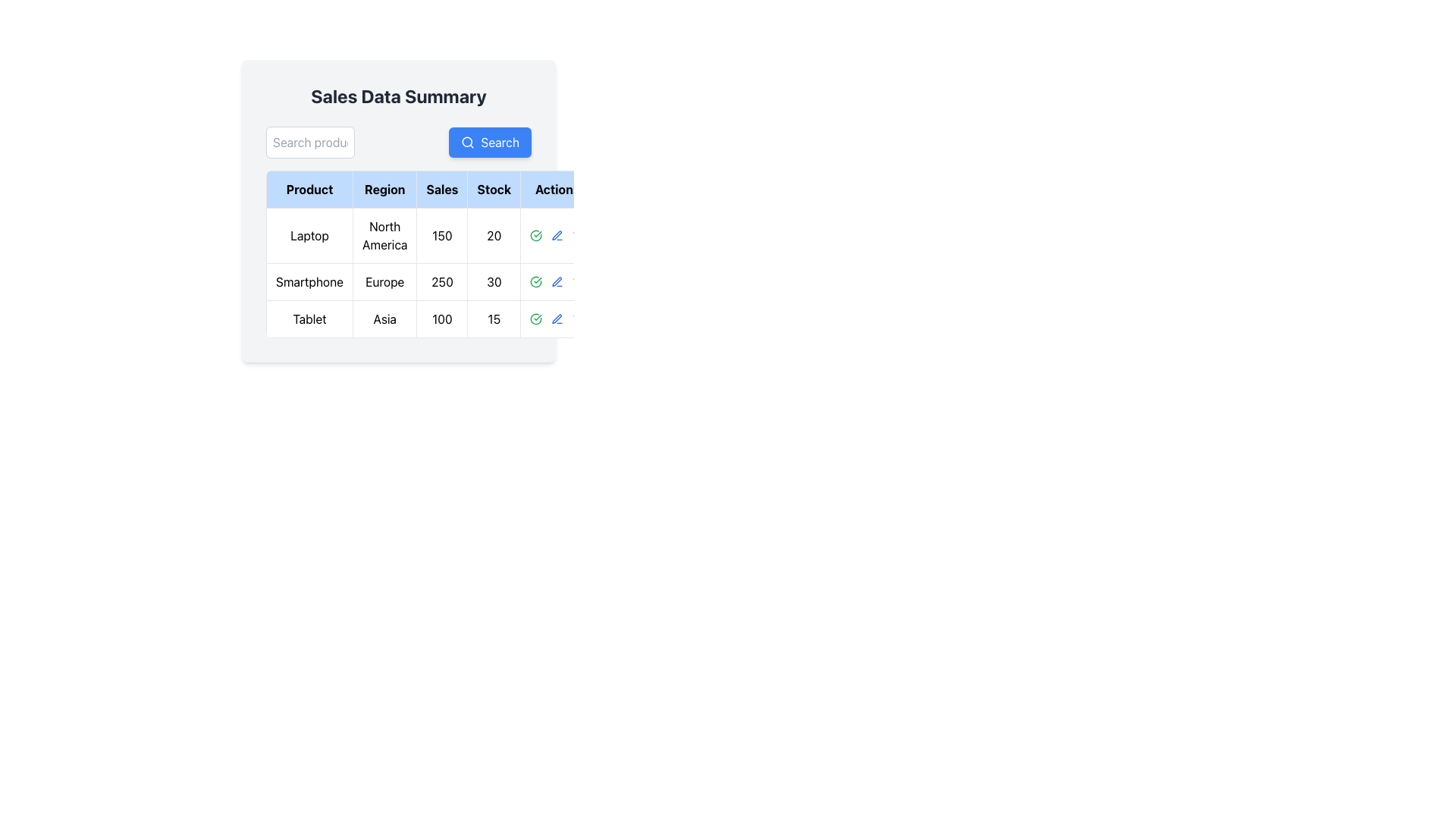  What do you see at coordinates (309, 281) in the screenshot?
I see `the 'Smartphone' text label which identifies the product type within the sales table in the 'Sales Data Summary' section` at bounding box center [309, 281].